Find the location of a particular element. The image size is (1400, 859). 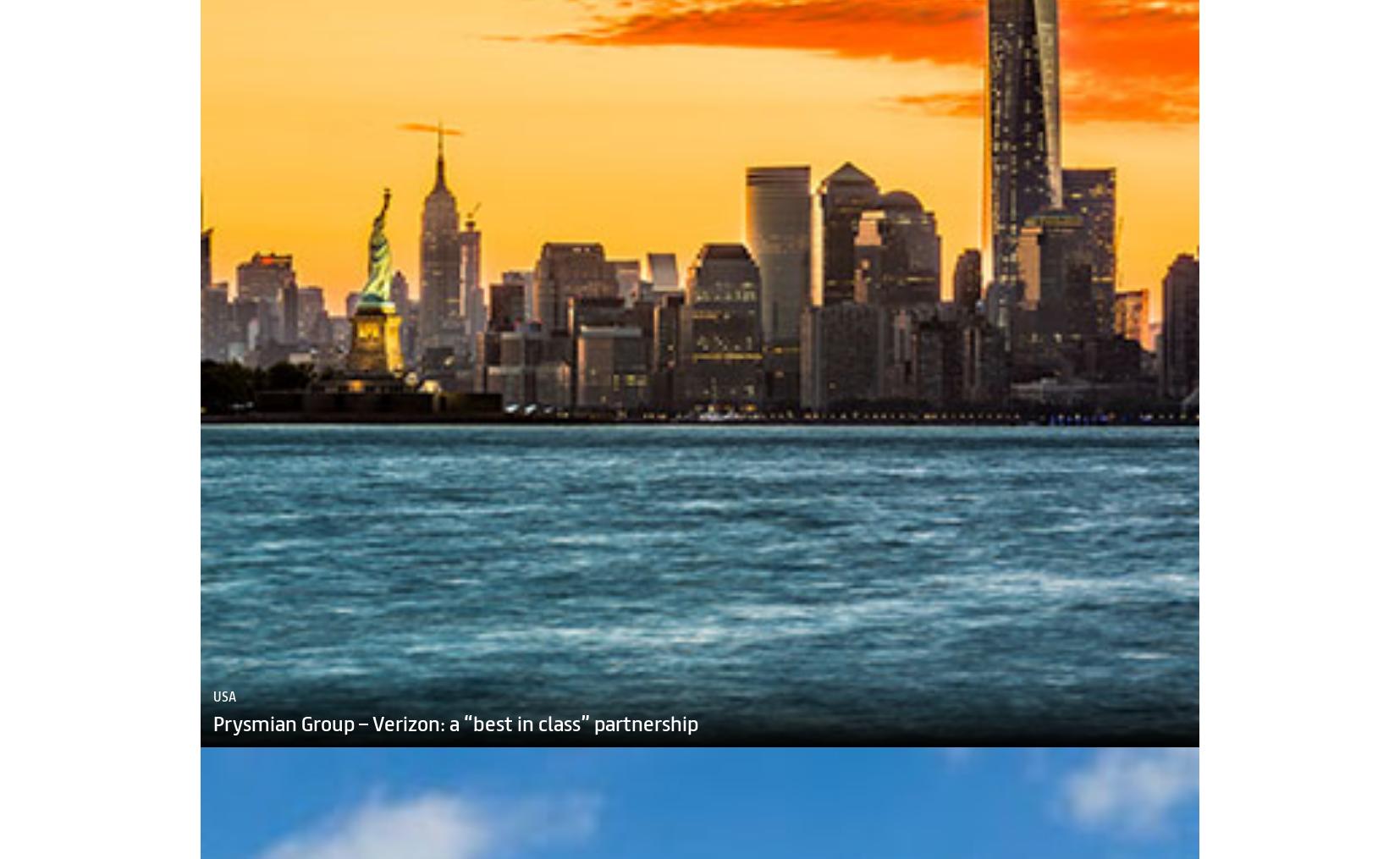

'Markets' is located at coordinates (168, 850).